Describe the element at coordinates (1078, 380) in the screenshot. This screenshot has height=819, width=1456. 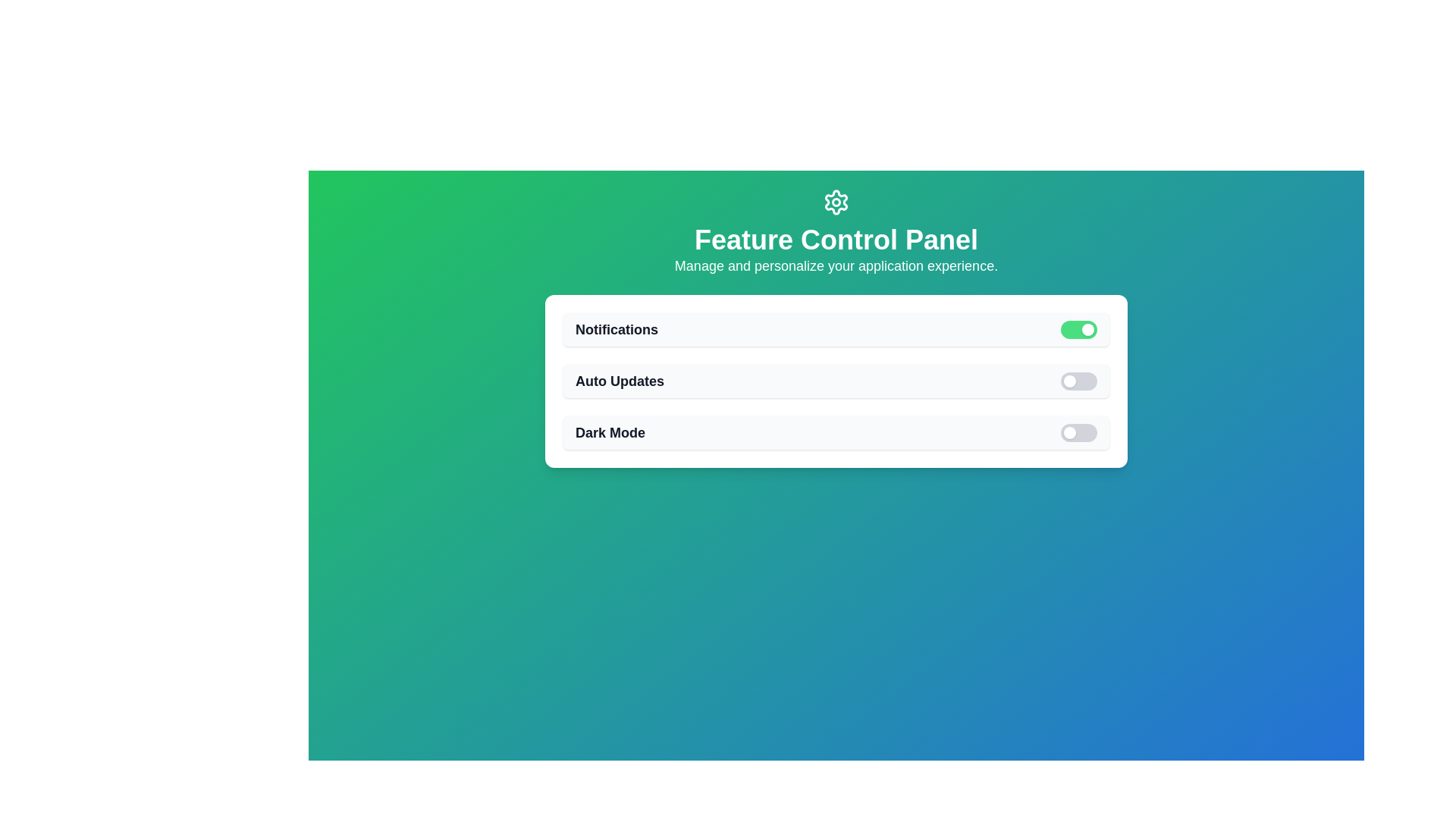
I see `the toggle switch located in the 'Auto Updates' row` at that location.